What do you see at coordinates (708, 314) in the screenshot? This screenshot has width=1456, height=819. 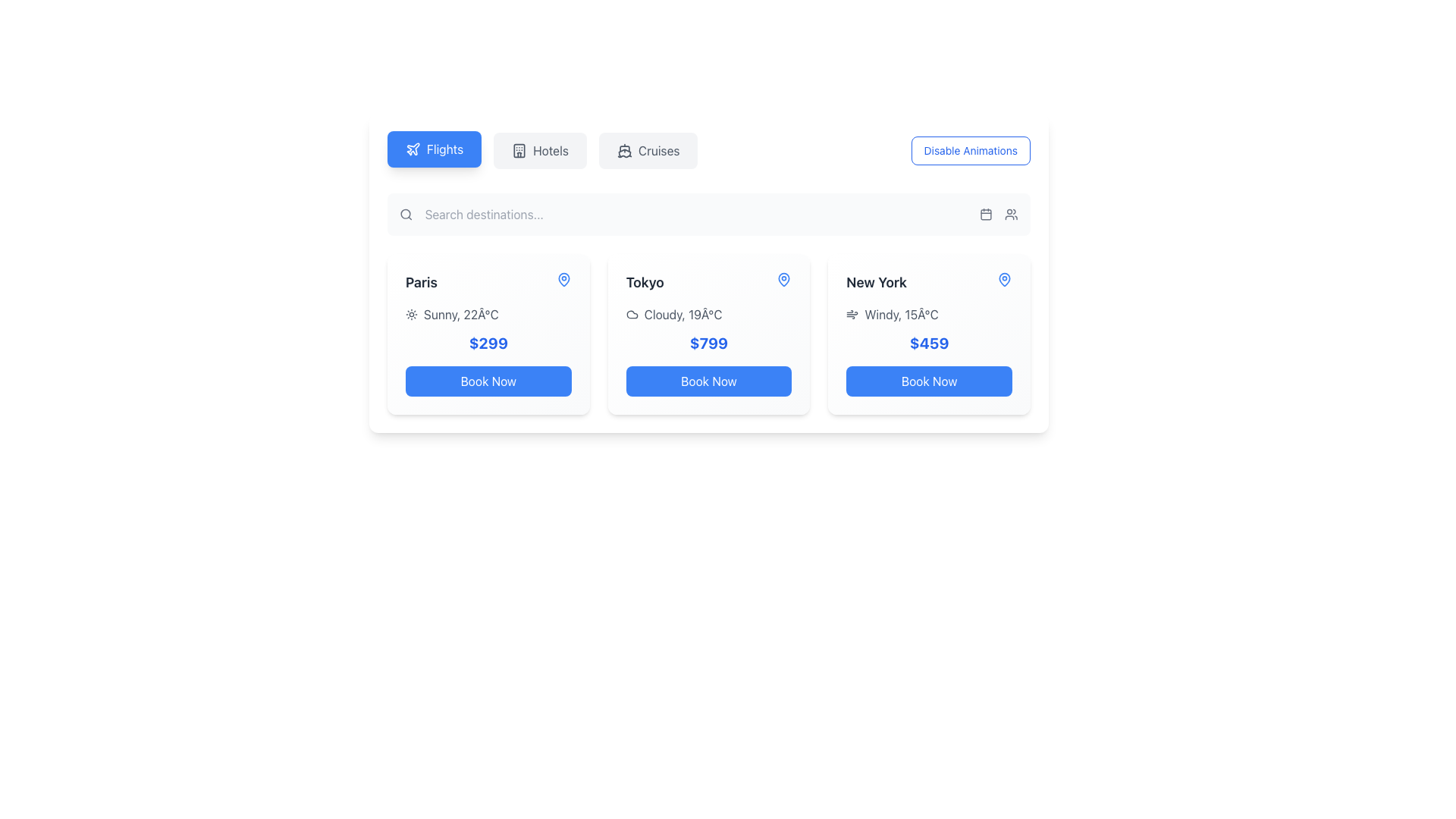 I see `the weather information display for Tokyo, which consists of an icon and a text label, positioned above the '$799' price text` at bounding box center [708, 314].